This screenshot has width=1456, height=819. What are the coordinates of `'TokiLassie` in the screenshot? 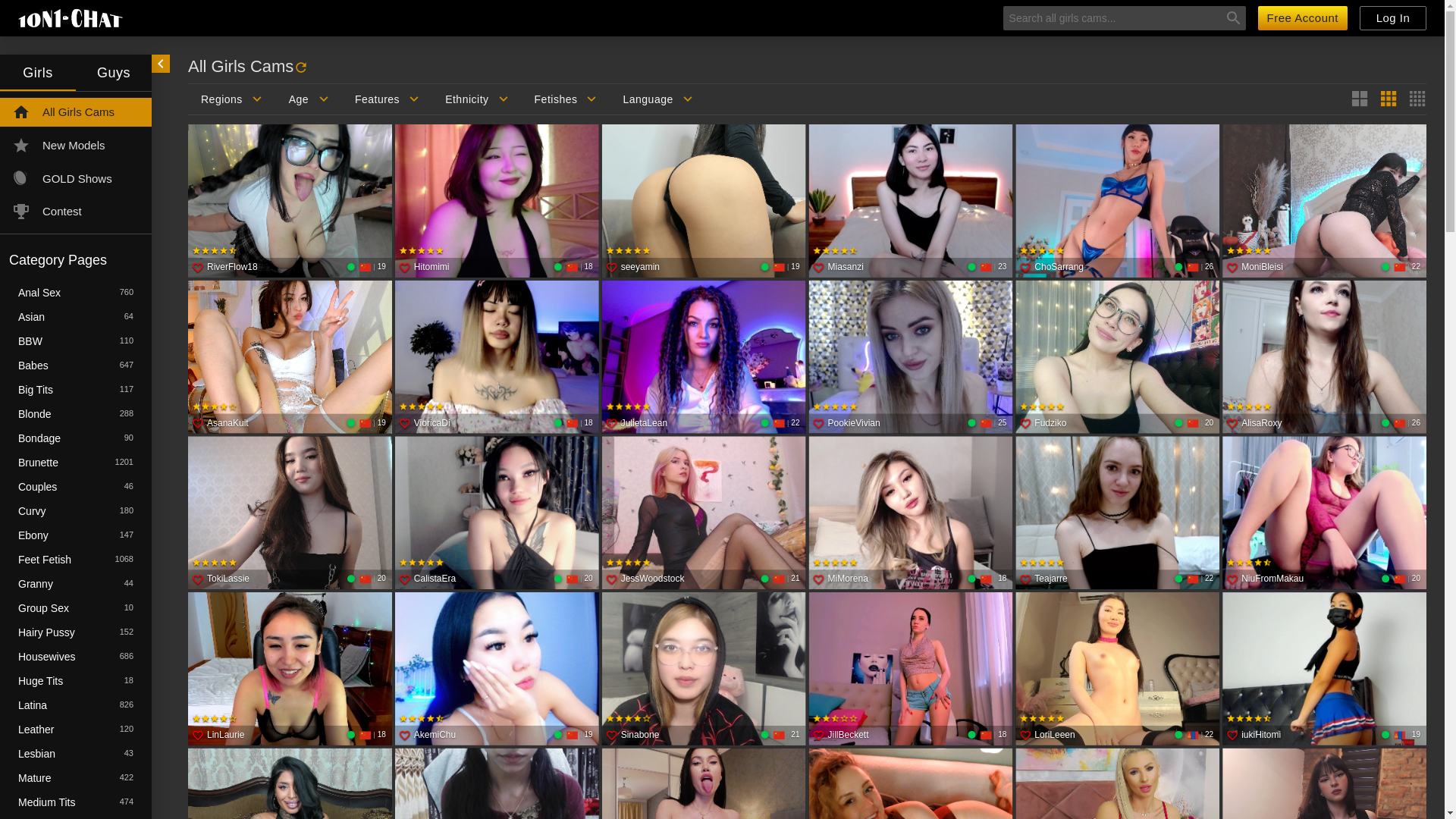 It's located at (187, 513).